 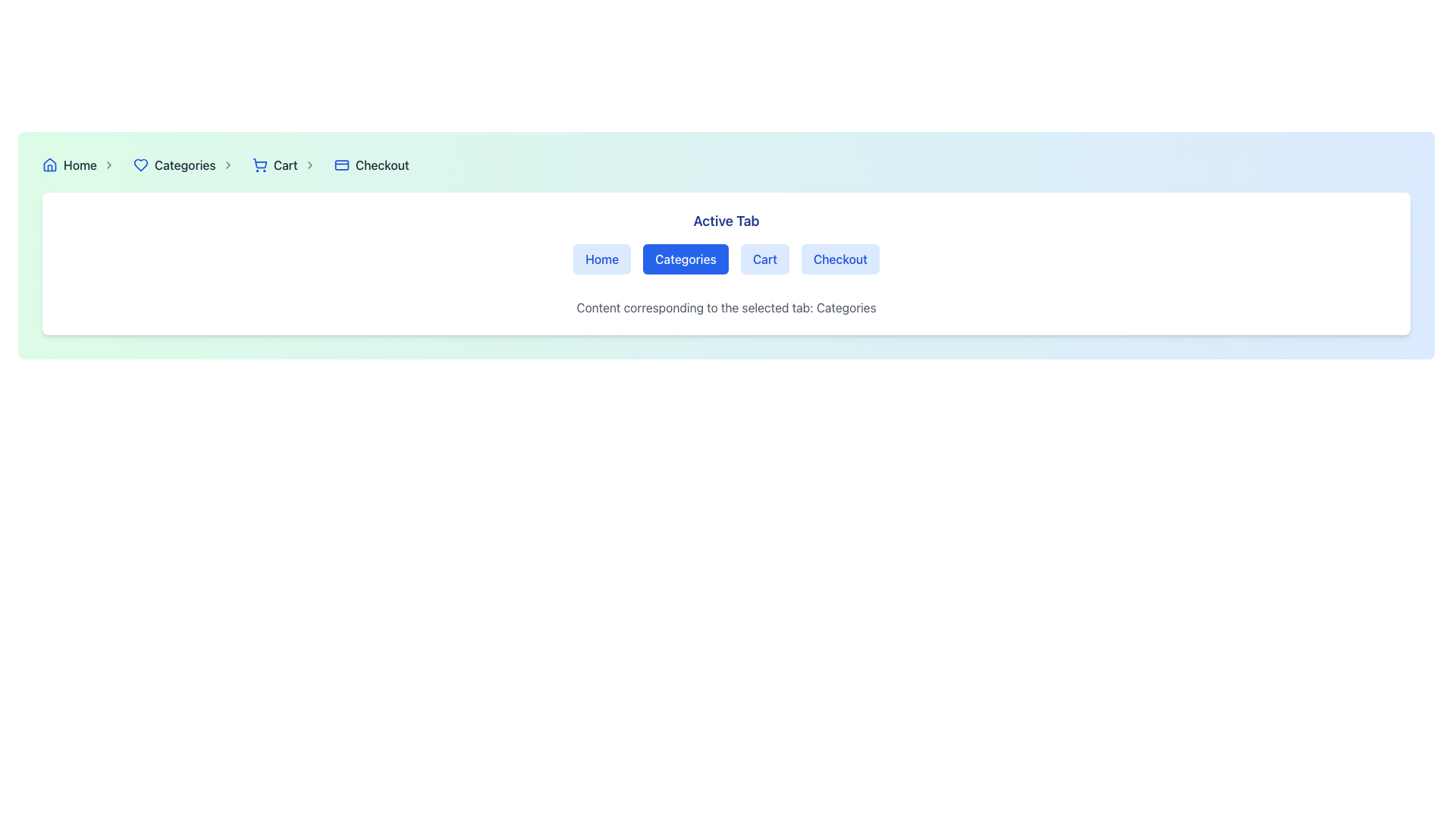 I want to click on the third breadcrumb navigation item, which is a Link with Icon, so click(x=287, y=165).